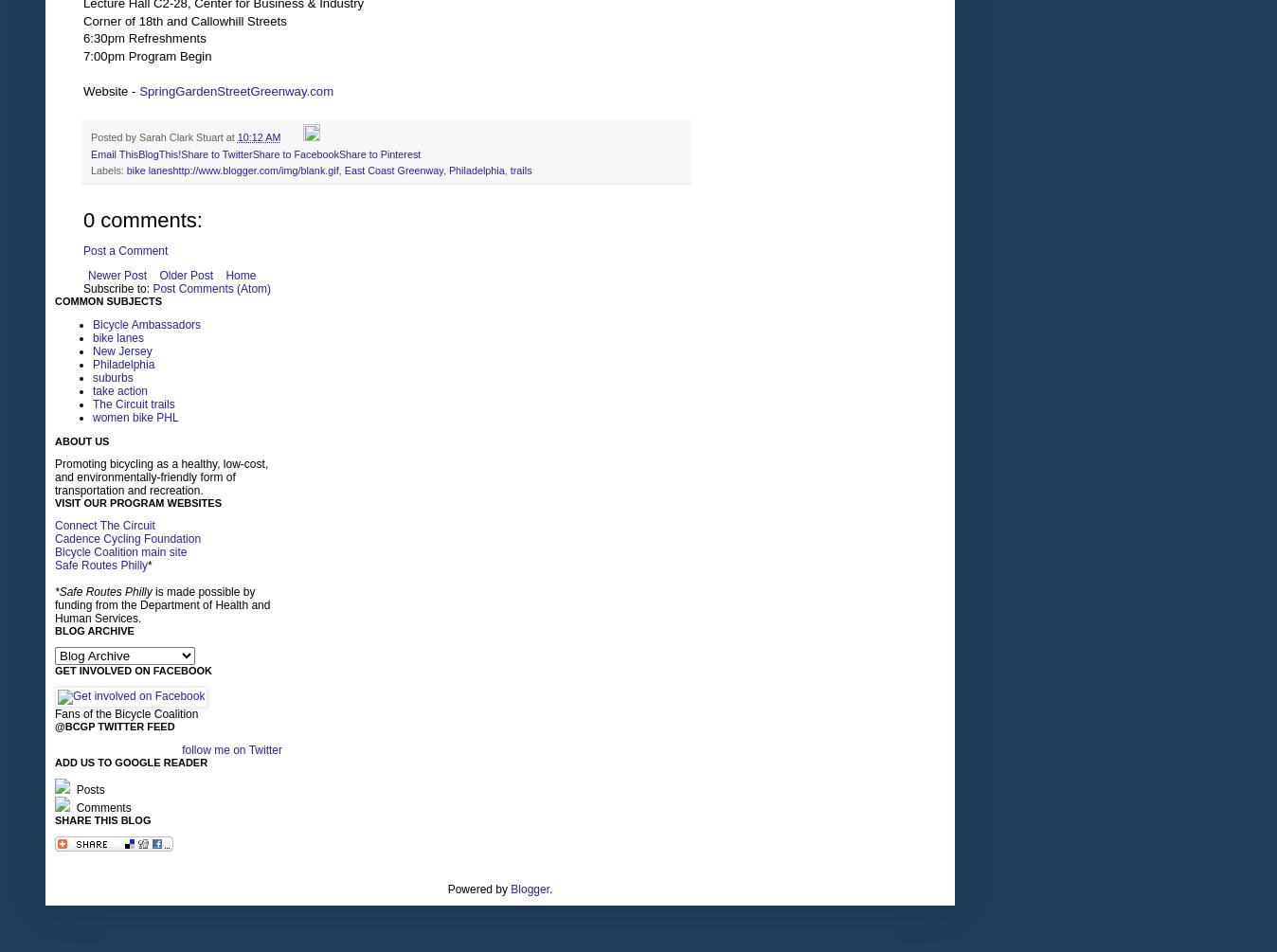 This screenshot has width=1277, height=952. I want to click on 'Labels:', so click(107, 168).